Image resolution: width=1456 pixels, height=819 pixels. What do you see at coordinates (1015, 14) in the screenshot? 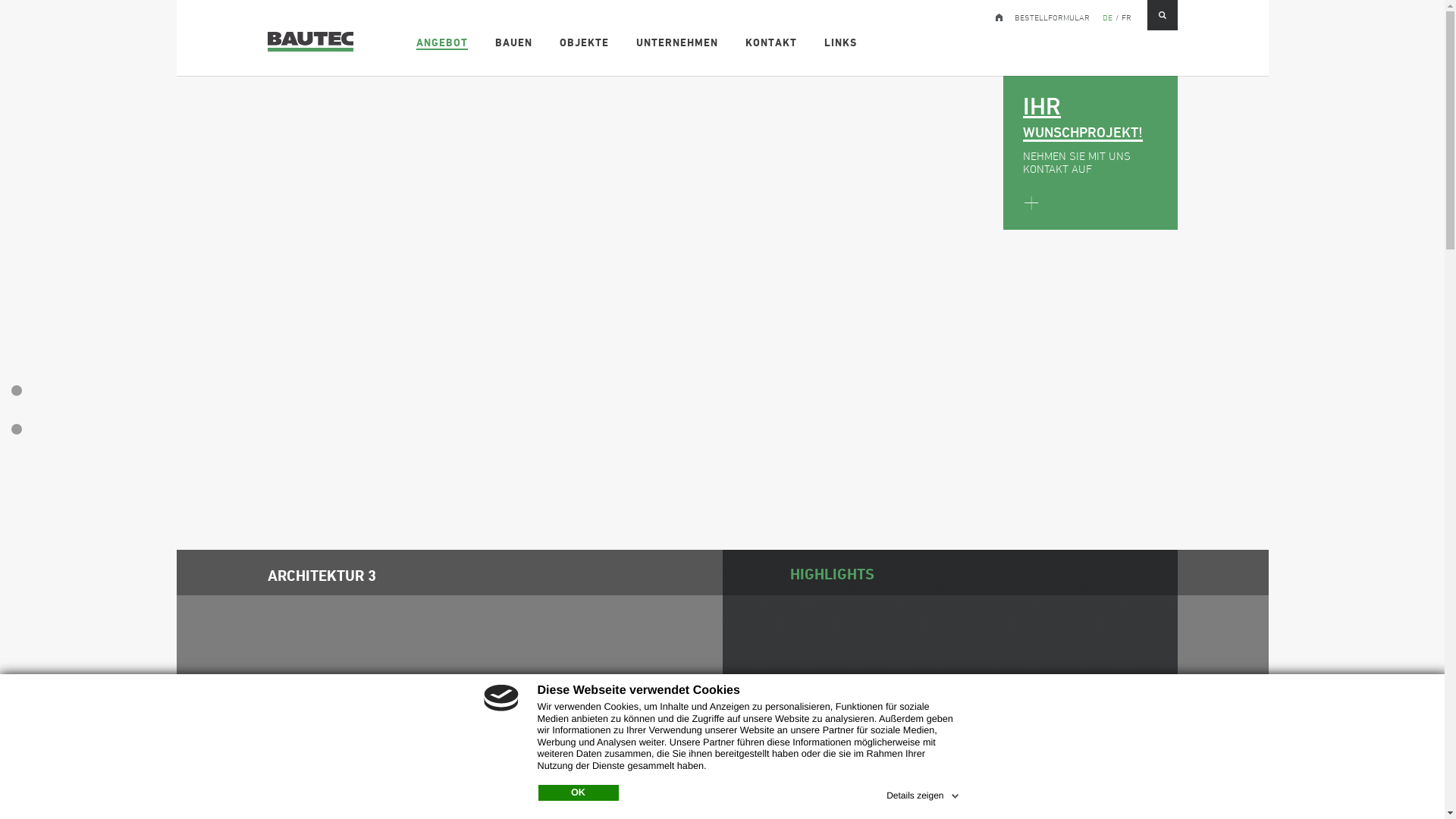
I see `'BESTELLFORMULAR'` at bounding box center [1015, 14].